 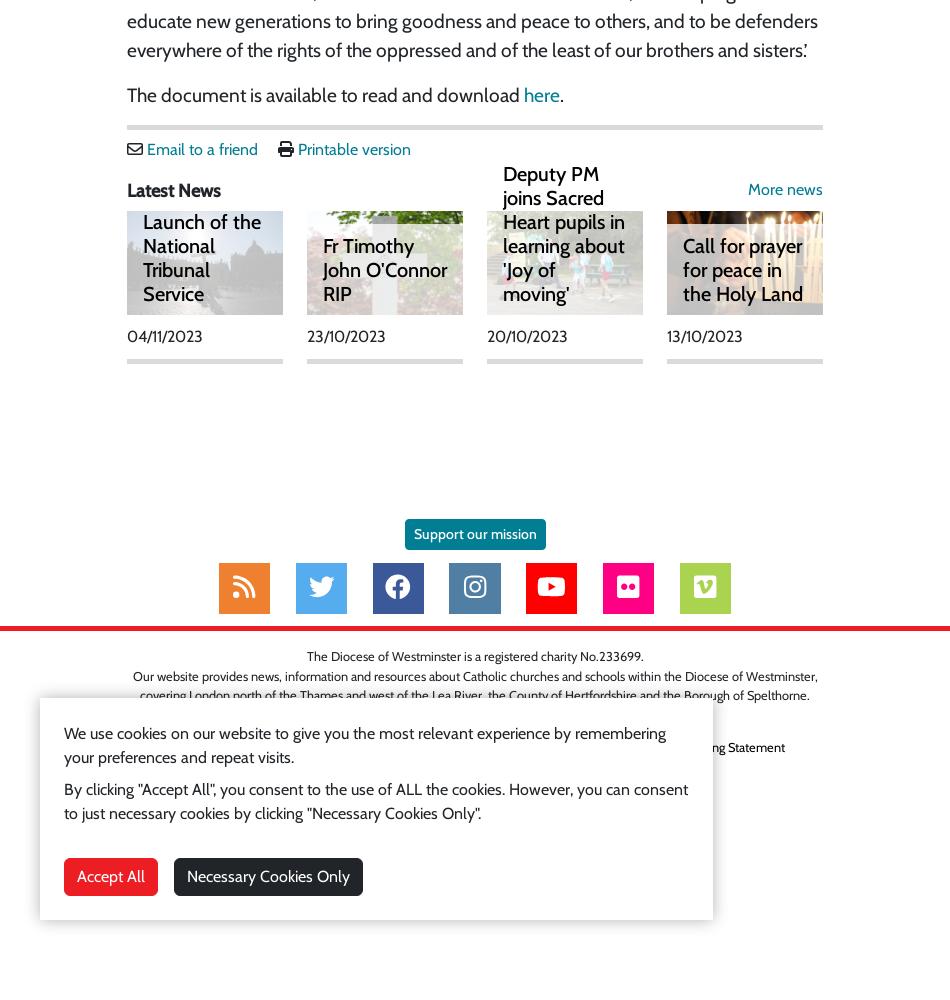 I want to click on 'By clicking "Accept All", you consent to the use of ALL the cookies. However, you can consent to just
                    necessary cookies by clicking "Necessary Cookies Only".', so click(x=64, y=801).